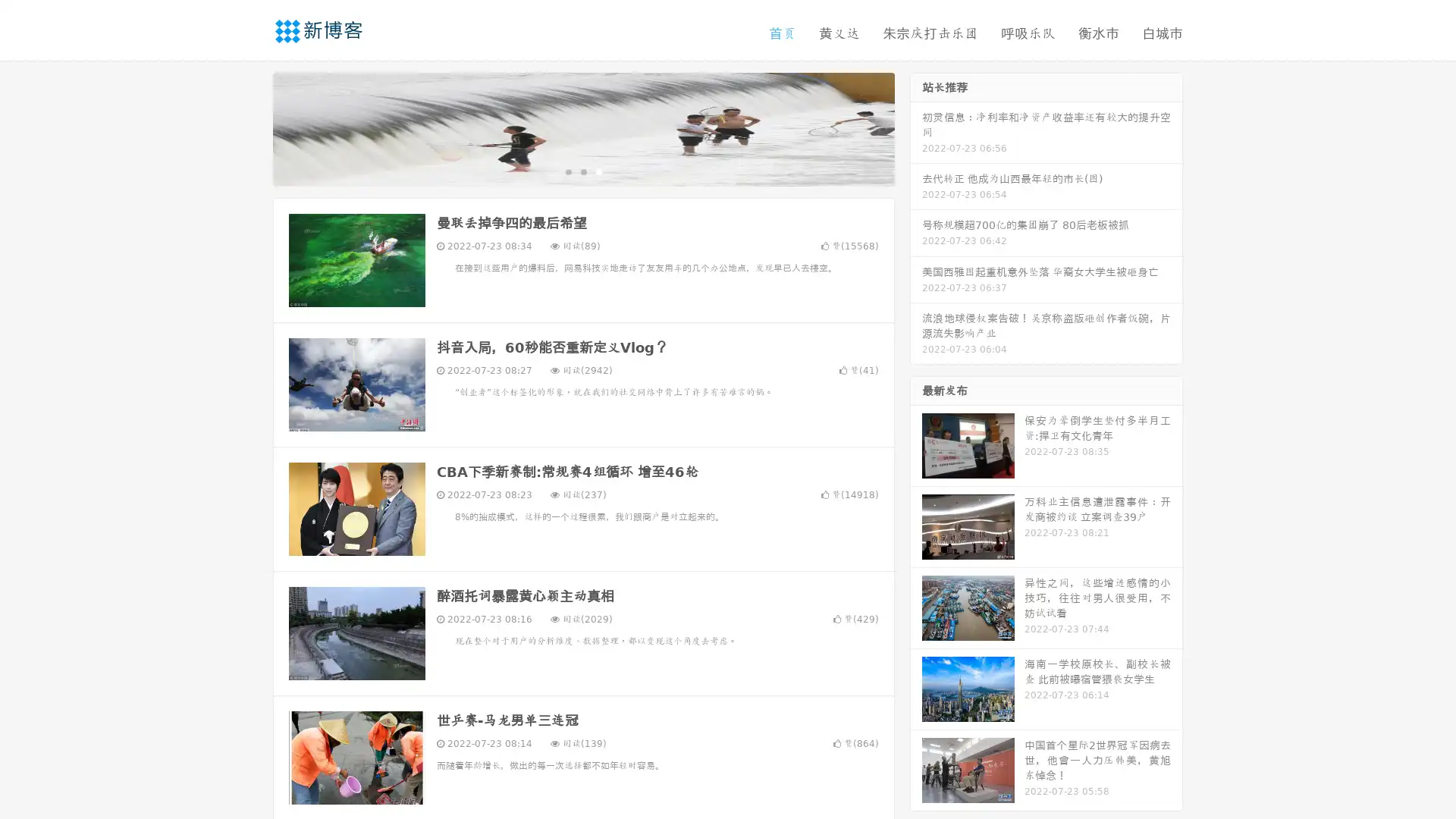 Image resolution: width=1456 pixels, height=819 pixels. I want to click on Go to slide 2, so click(582, 171).